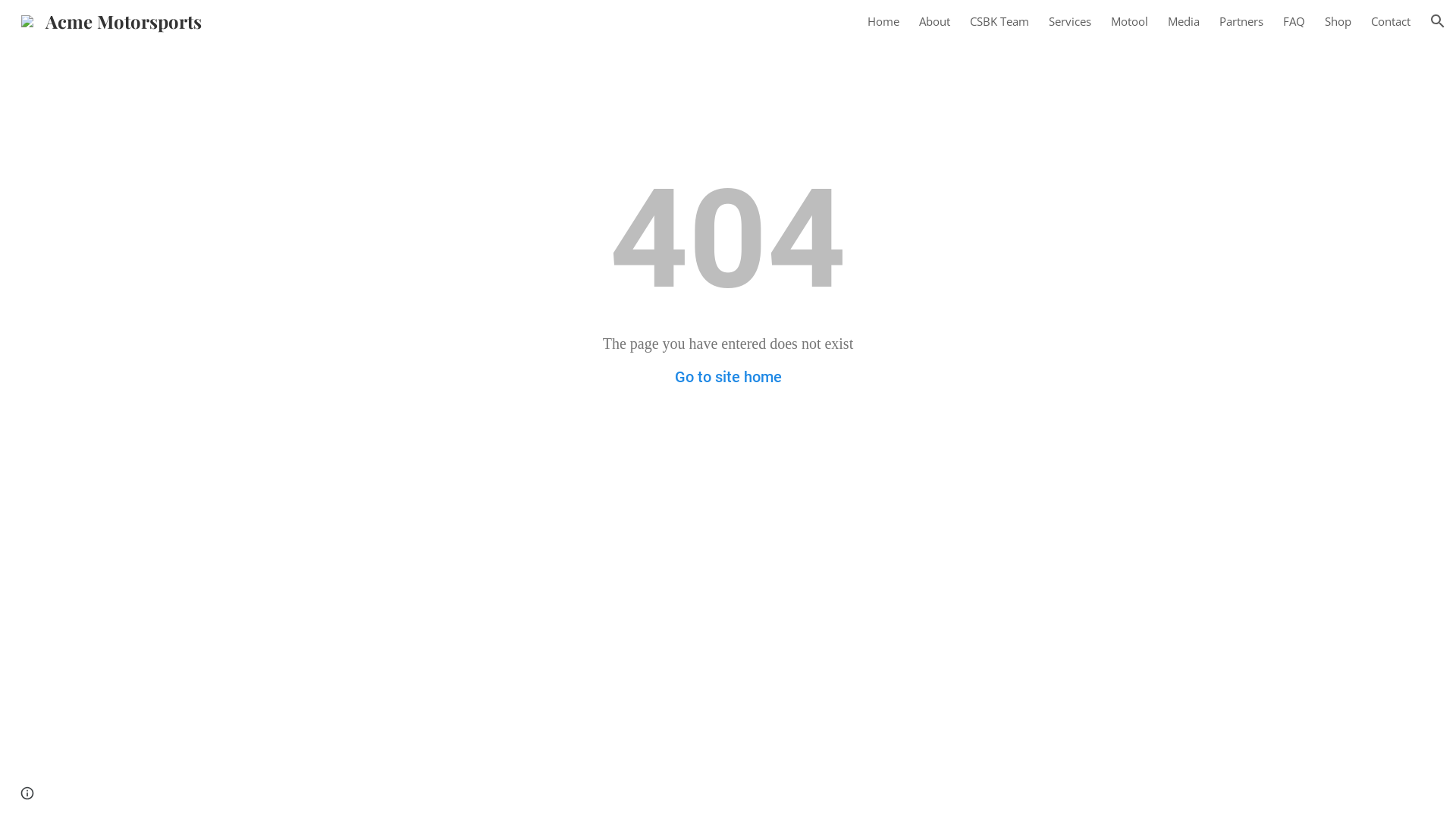  What do you see at coordinates (999, 20) in the screenshot?
I see `'CSBK Team'` at bounding box center [999, 20].